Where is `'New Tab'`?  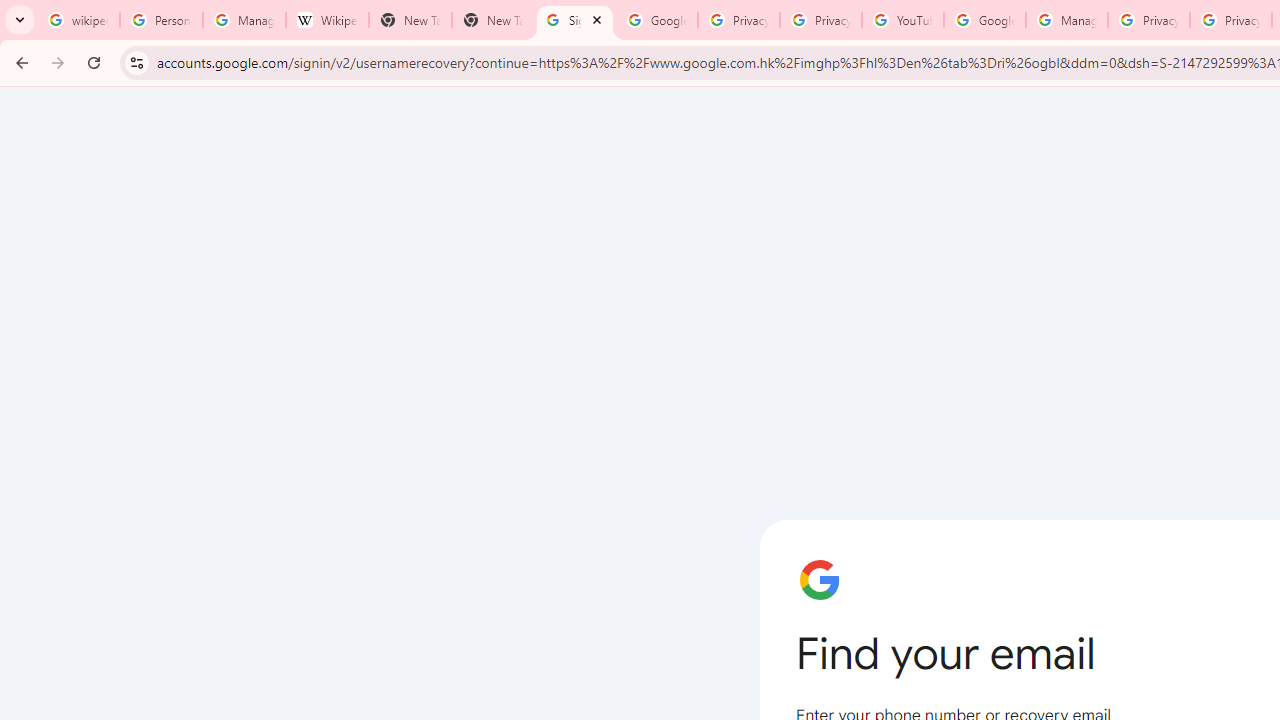
'New Tab' is located at coordinates (409, 20).